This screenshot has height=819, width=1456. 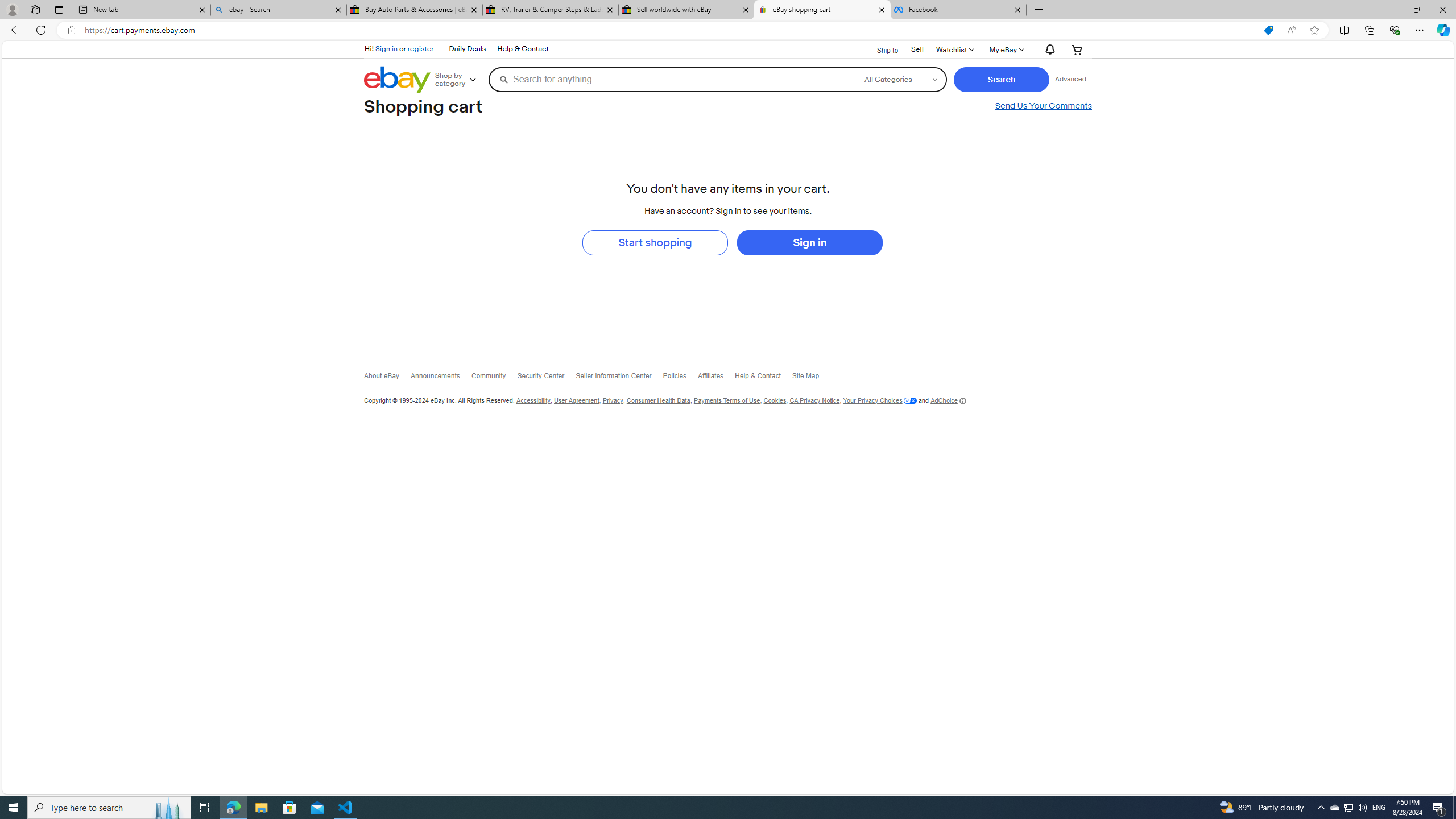 I want to click on 'Shop by category', so click(x=459, y=78).